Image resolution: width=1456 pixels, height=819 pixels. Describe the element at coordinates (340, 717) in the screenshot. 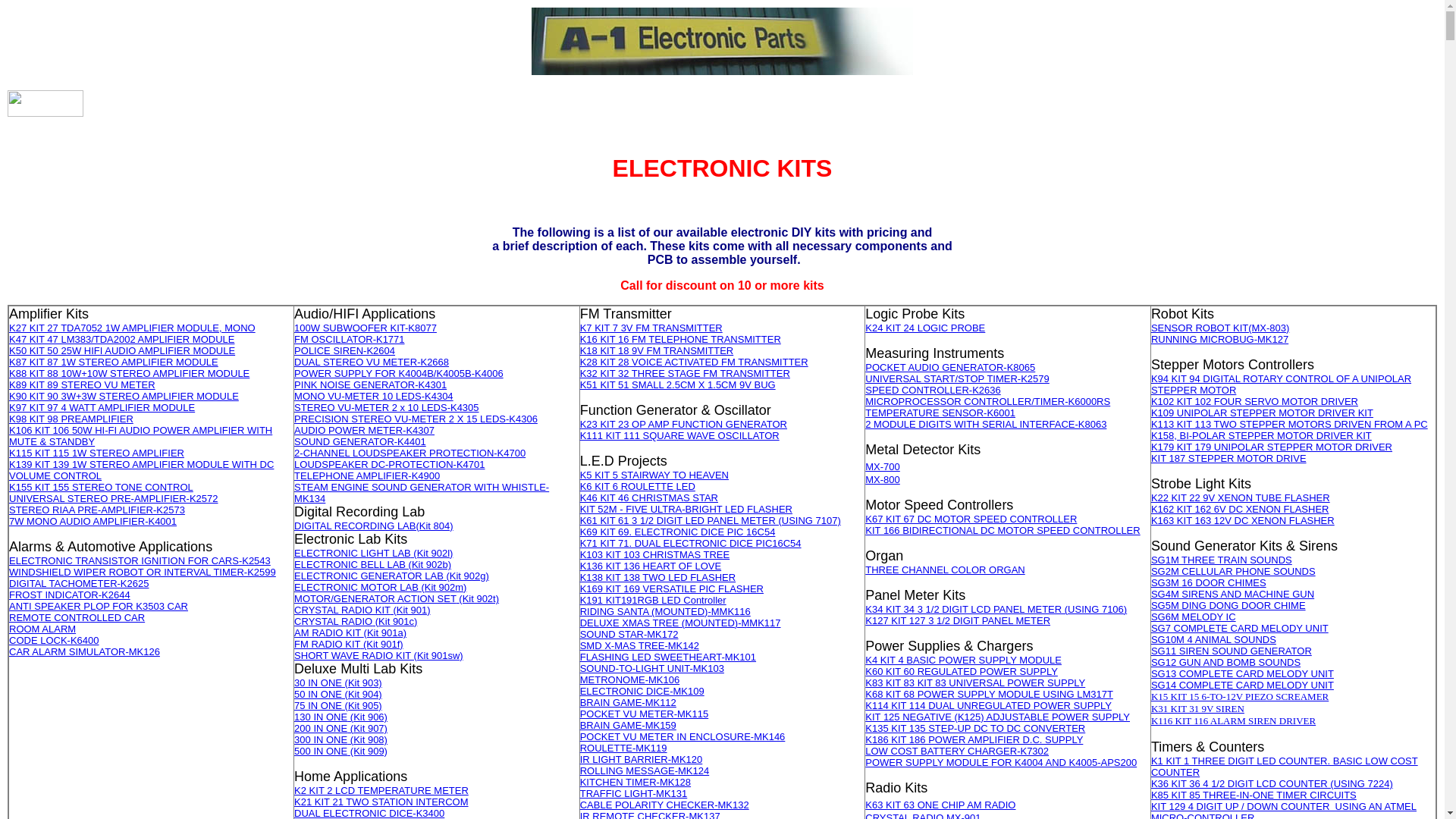

I see `'130 IN ONE (Kit 906)'` at that location.